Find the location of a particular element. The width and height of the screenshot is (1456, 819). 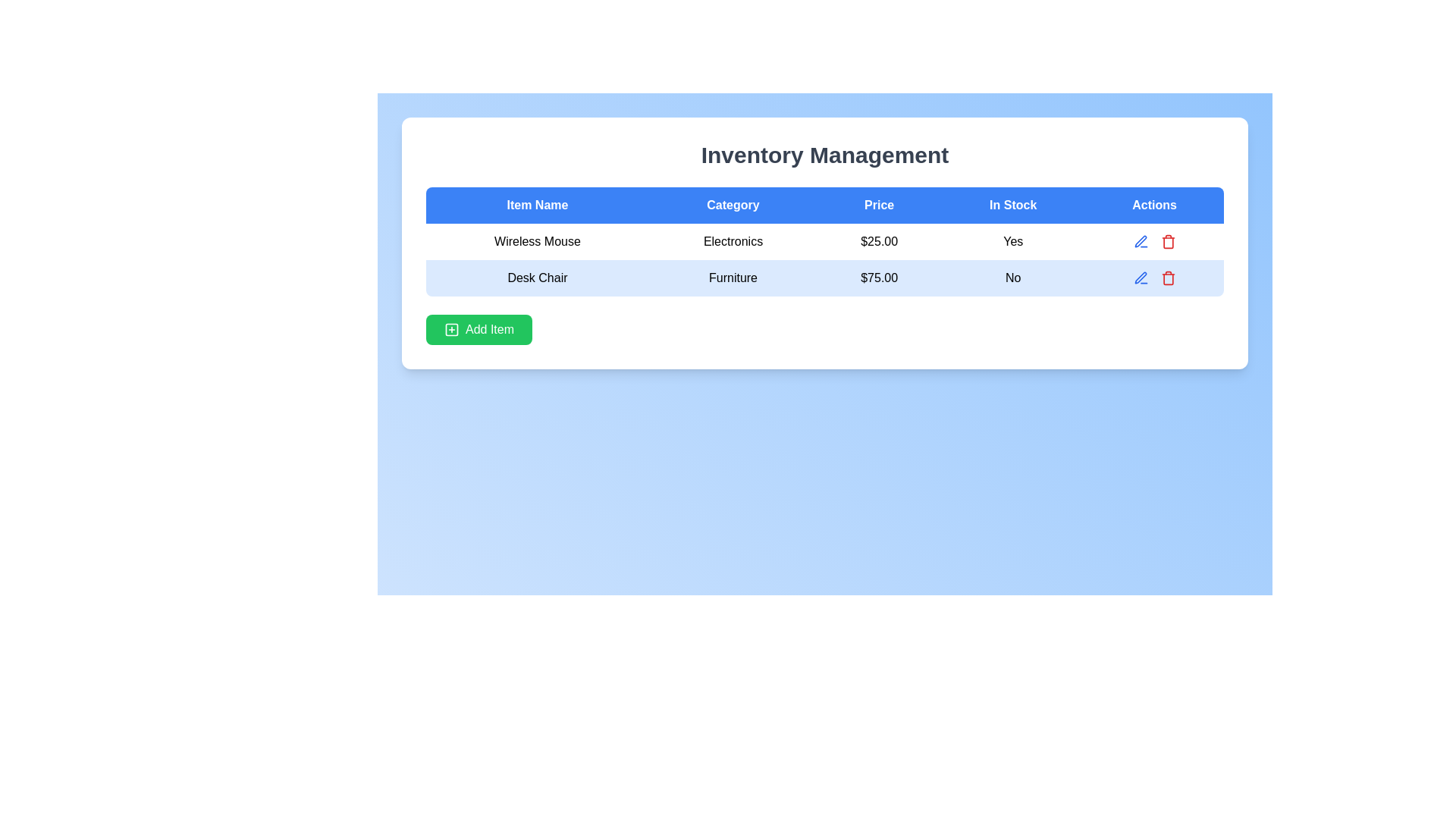

the edit icon button in the 'Actions' column of the 'Desk Chair' row is located at coordinates (1141, 241).